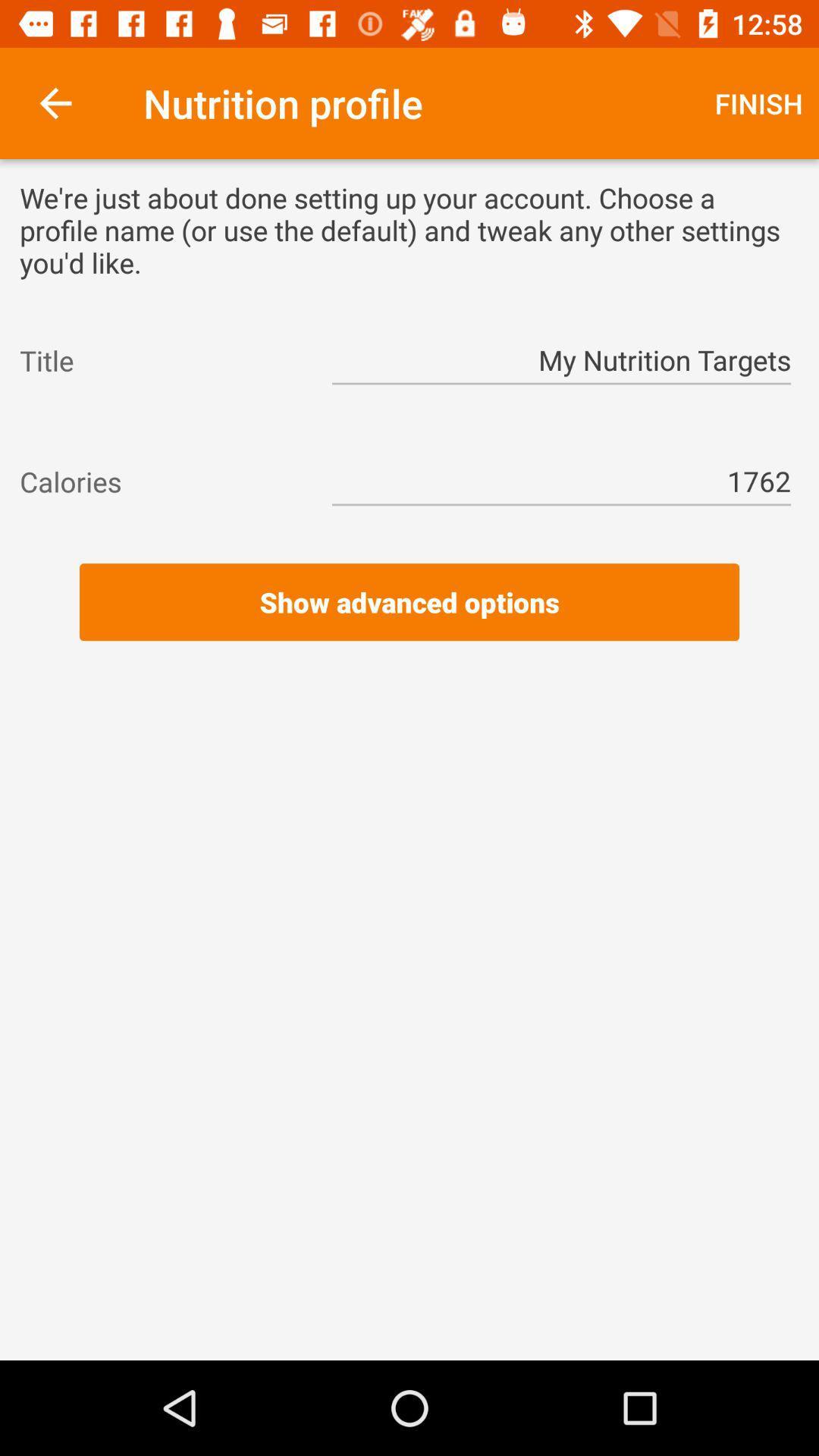  Describe the element at coordinates (162, 359) in the screenshot. I see `the item to the left of the my nutrition targets item` at that location.